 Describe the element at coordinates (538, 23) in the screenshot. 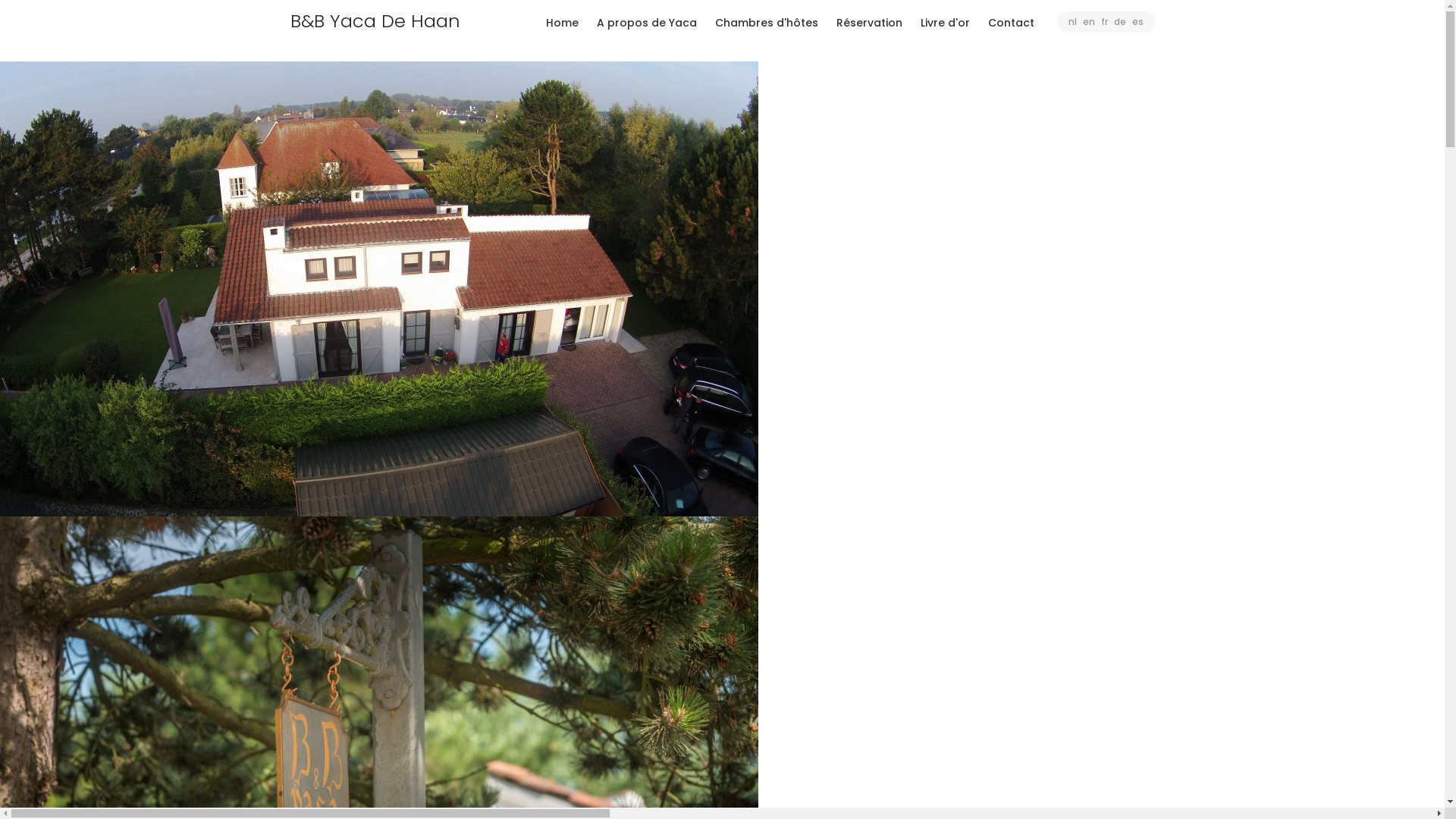

I see `'Home'` at that location.